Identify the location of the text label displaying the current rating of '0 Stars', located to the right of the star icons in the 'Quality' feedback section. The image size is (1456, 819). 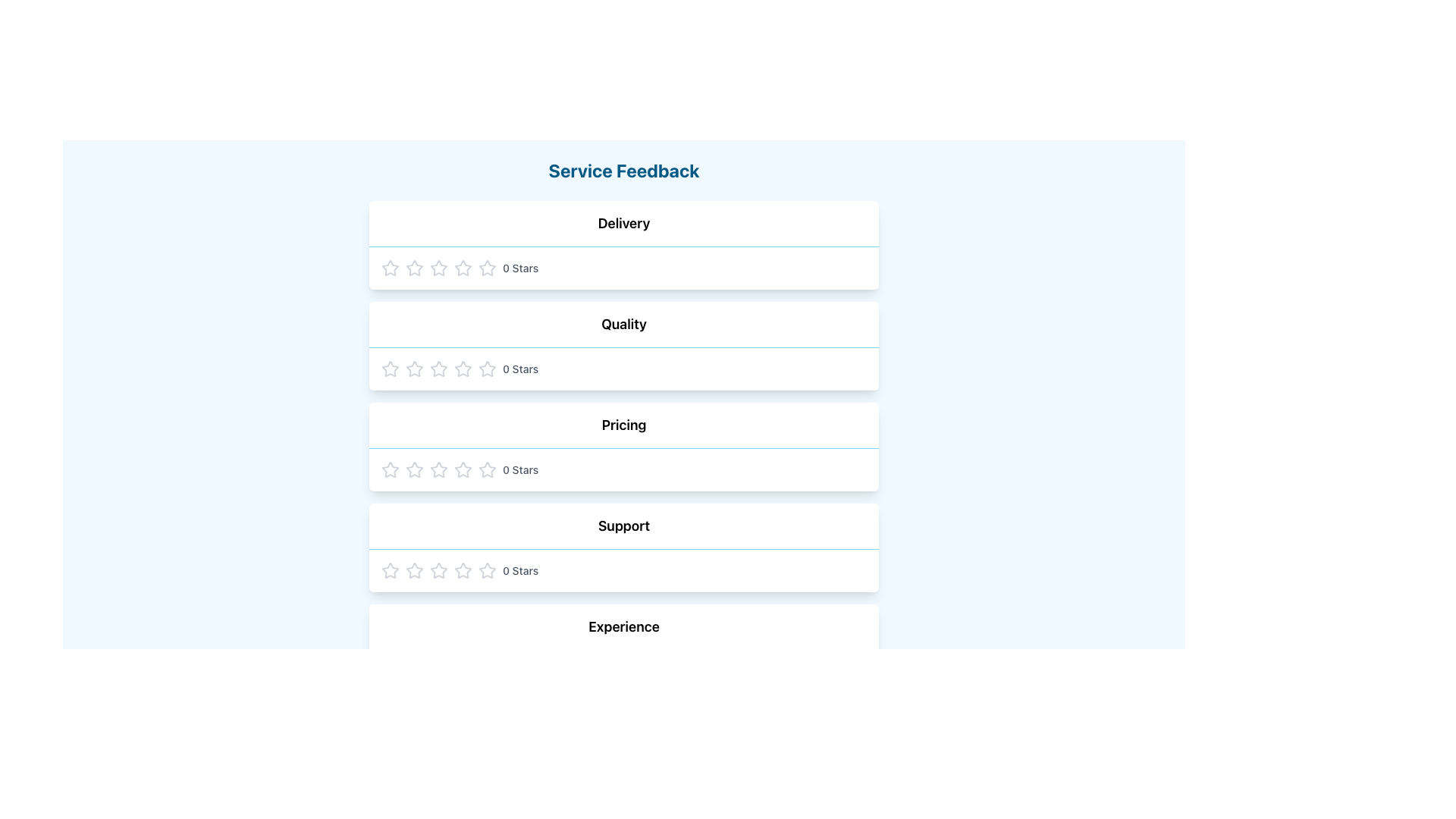
(520, 369).